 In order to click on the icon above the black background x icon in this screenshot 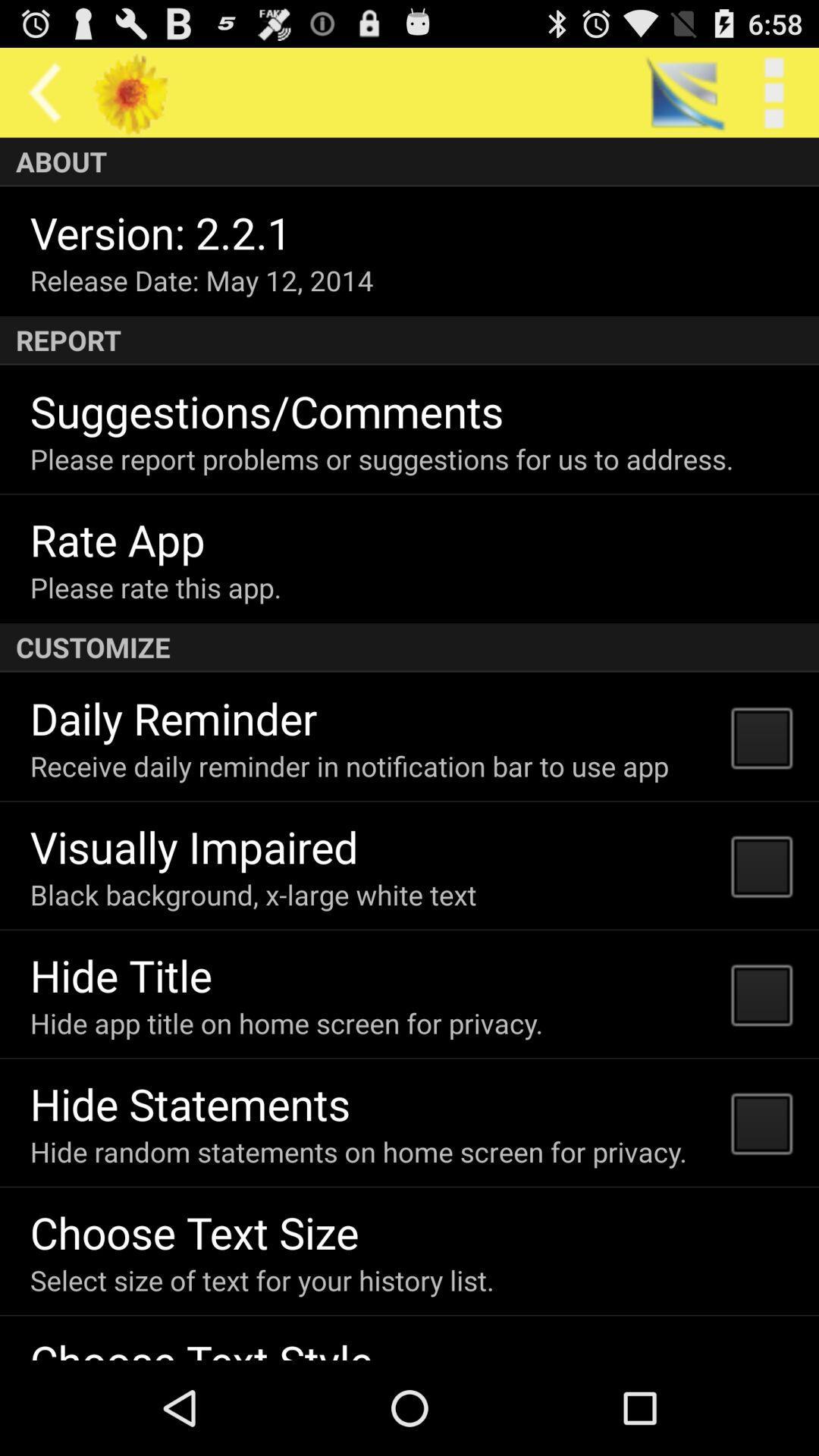, I will do `click(193, 846)`.